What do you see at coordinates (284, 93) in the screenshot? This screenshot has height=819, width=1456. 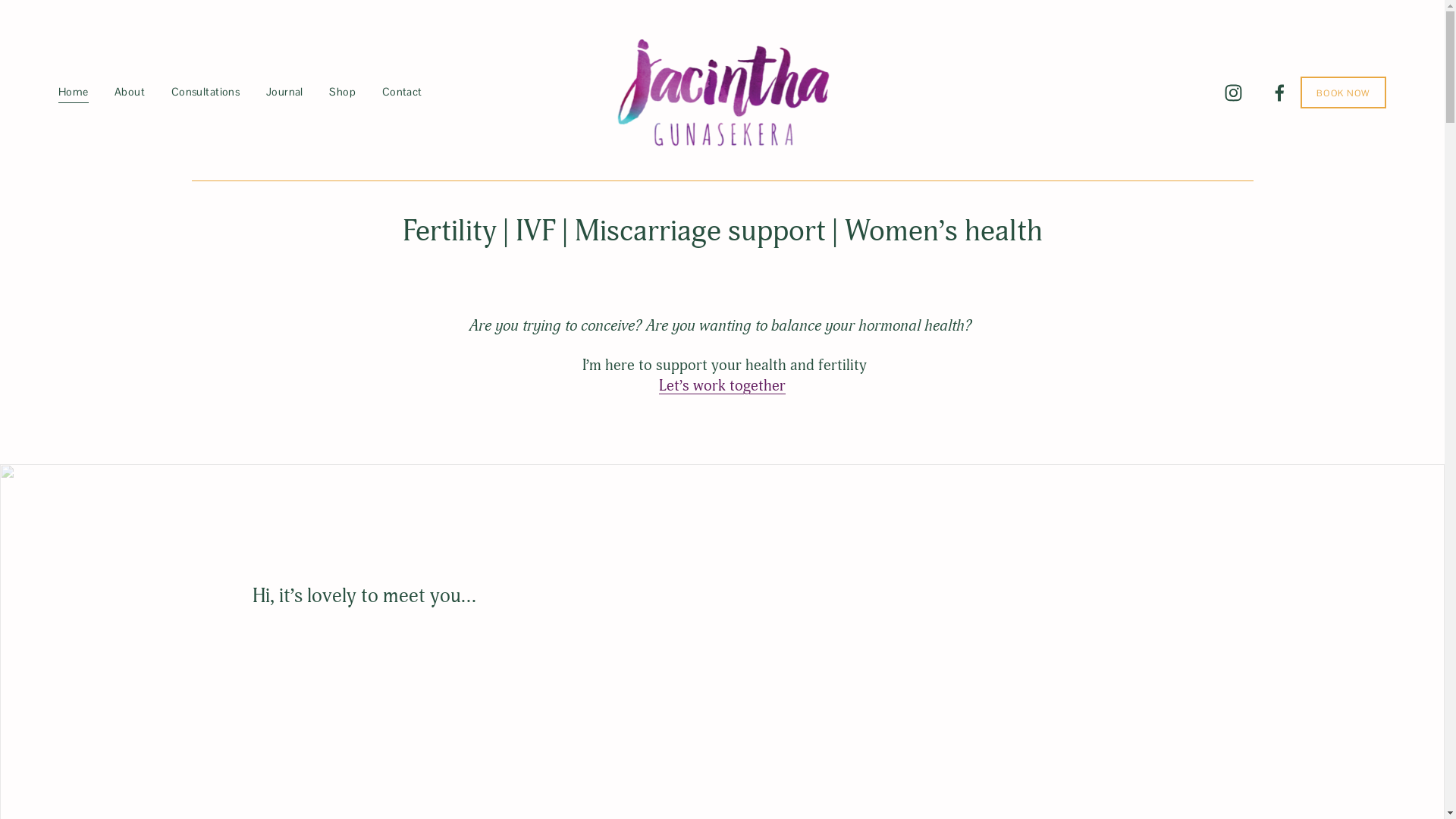 I see `'Journal'` at bounding box center [284, 93].